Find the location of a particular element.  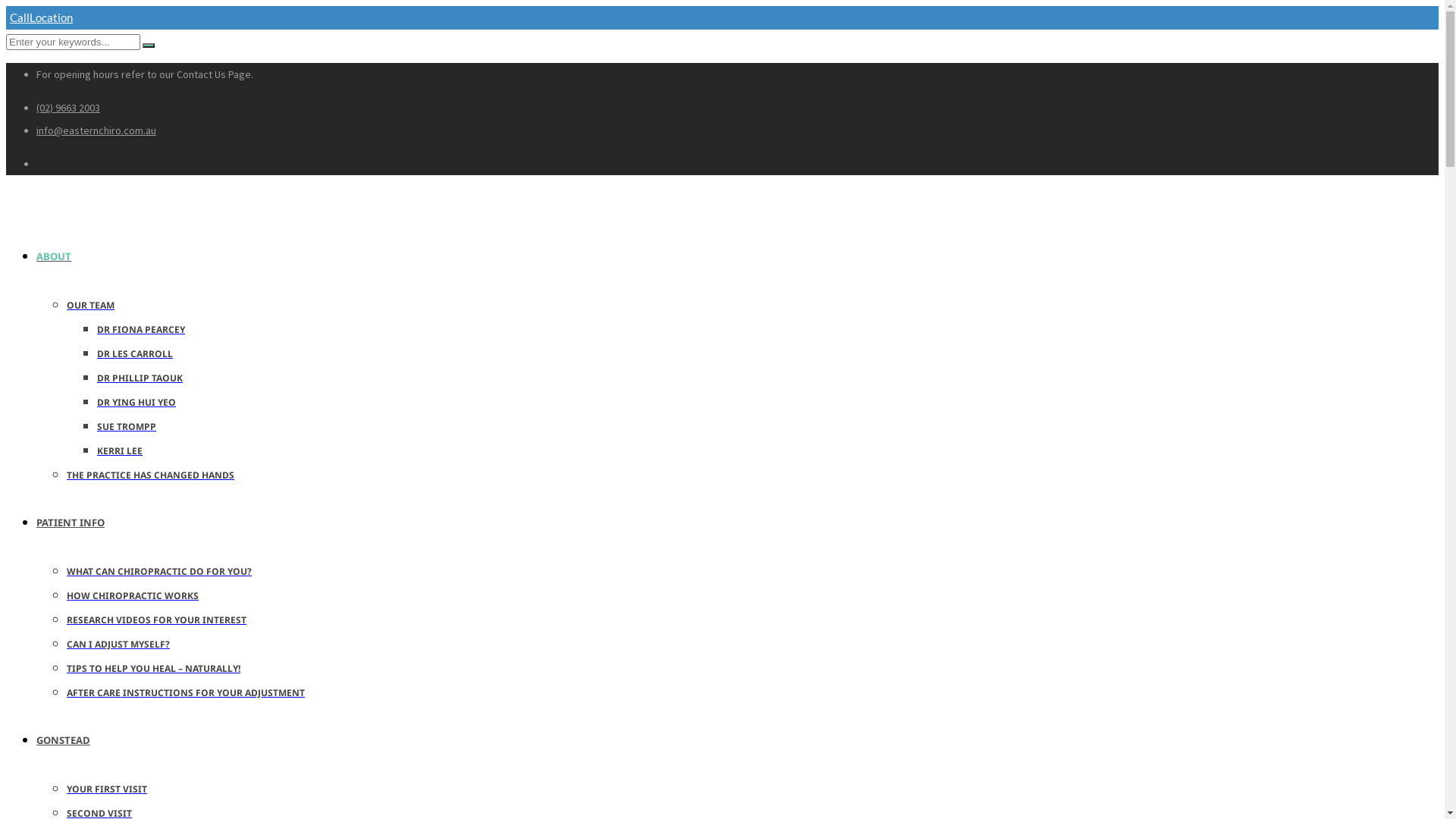

'(02) 9663 2003' is located at coordinates (67, 107).